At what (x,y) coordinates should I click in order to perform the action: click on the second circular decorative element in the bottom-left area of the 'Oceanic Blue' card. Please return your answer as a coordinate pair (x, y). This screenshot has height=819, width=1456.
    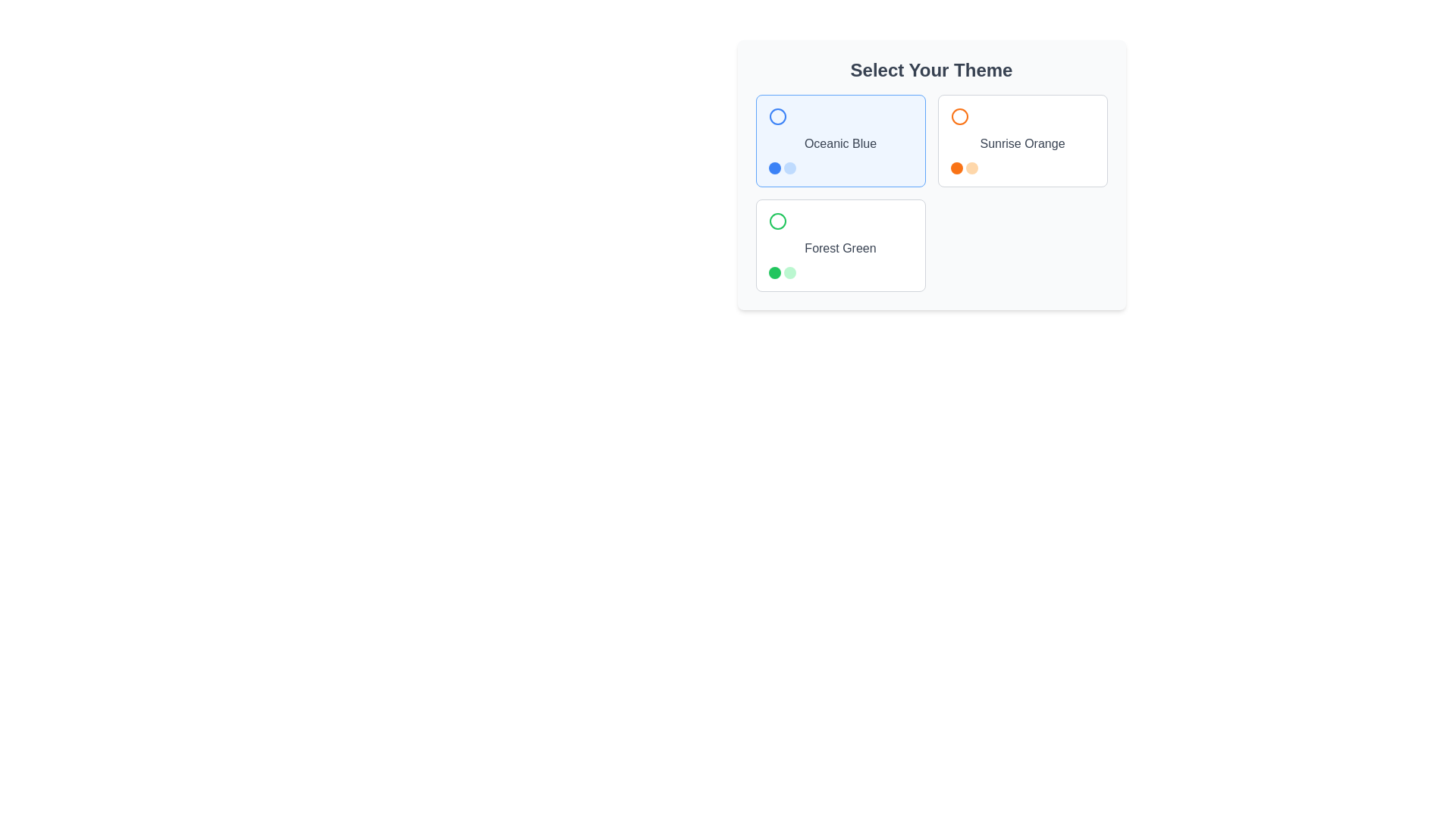
    Looking at the image, I should click on (789, 168).